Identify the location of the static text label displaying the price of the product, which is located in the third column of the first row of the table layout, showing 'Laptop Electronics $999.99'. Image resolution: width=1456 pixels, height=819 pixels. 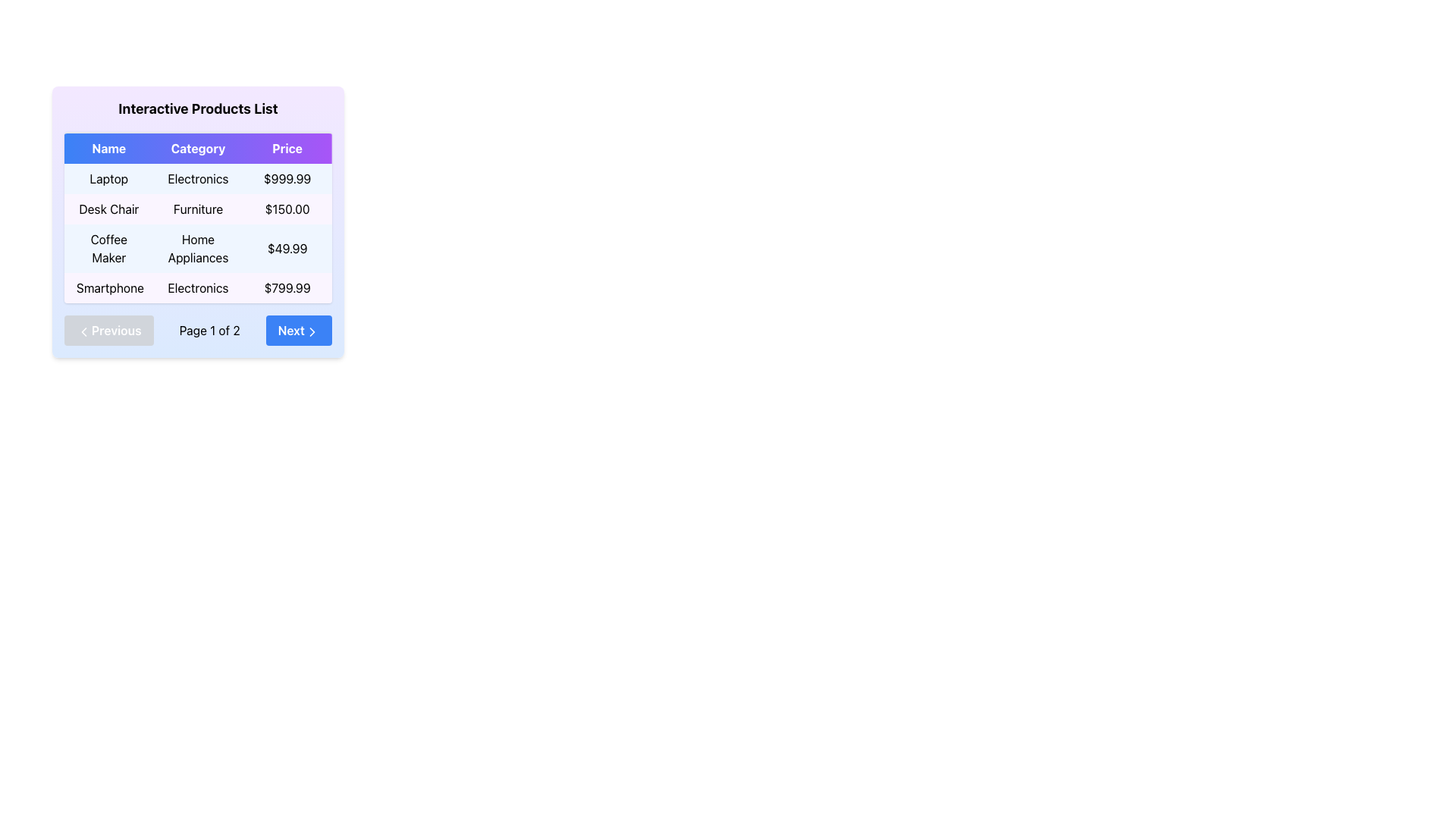
(287, 177).